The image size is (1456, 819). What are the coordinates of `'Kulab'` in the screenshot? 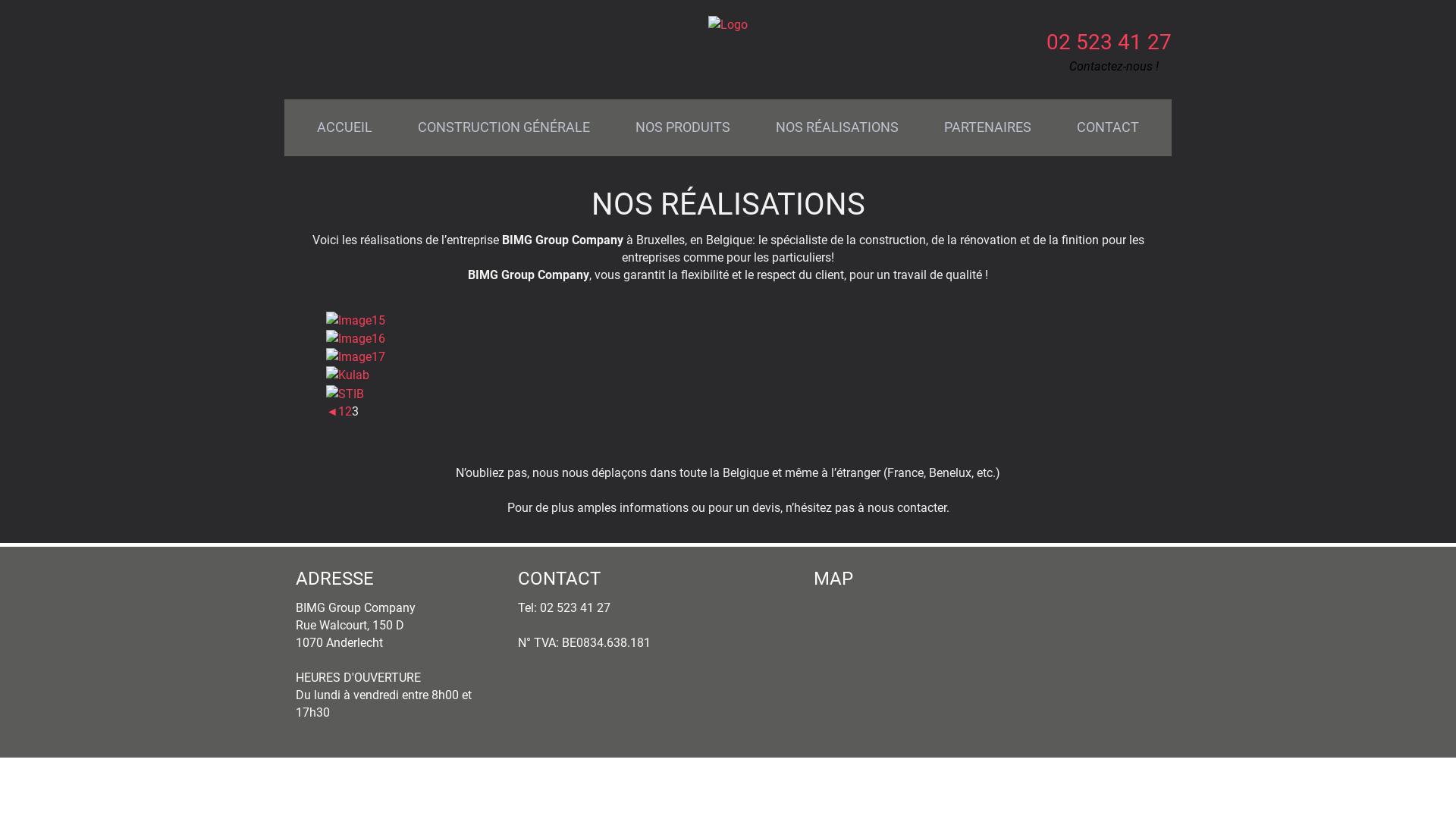 It's located at (347, 375).